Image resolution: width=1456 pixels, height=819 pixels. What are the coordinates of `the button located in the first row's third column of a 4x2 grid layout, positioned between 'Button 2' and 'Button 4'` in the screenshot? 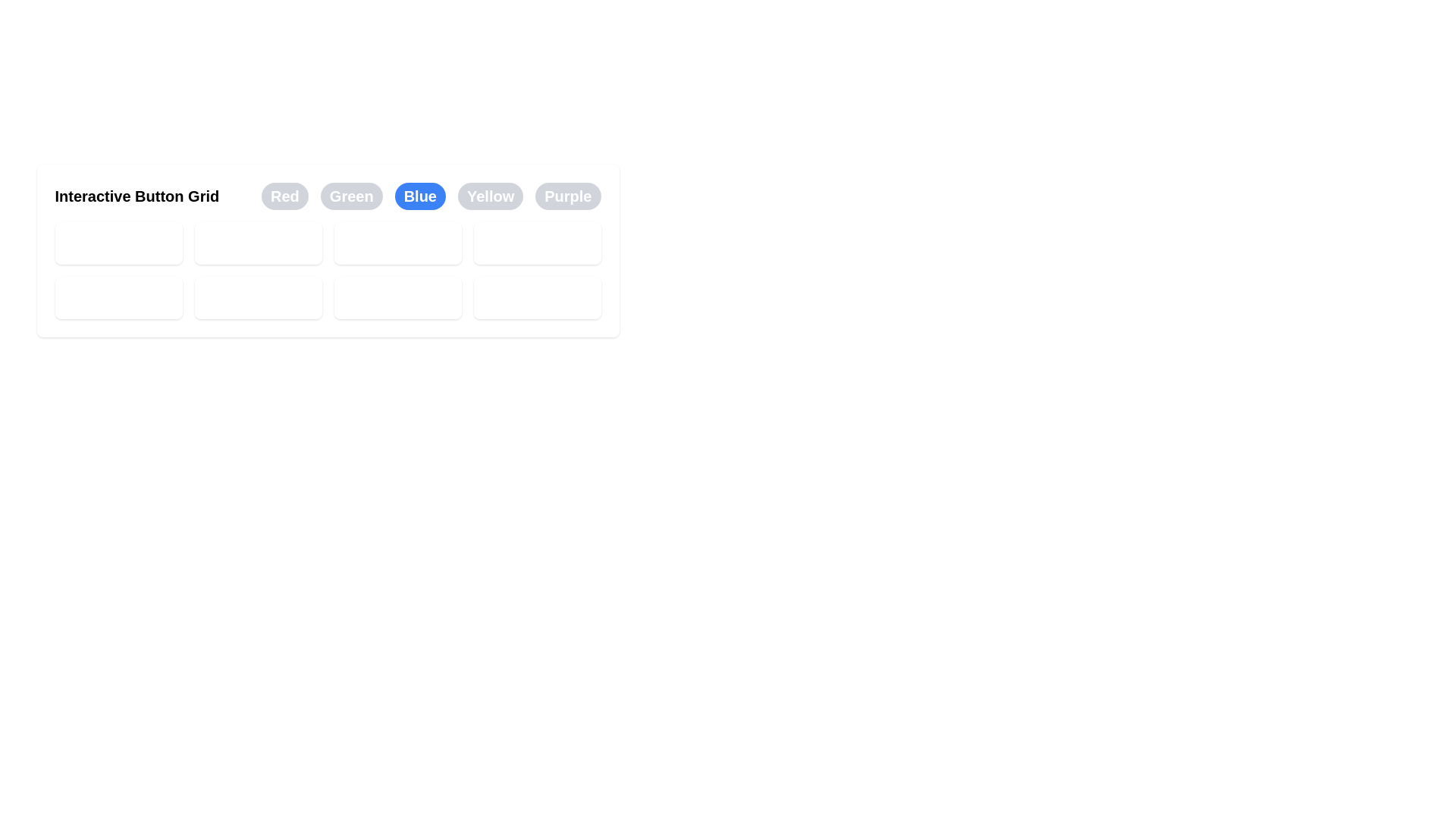 It's located at (397, 242).